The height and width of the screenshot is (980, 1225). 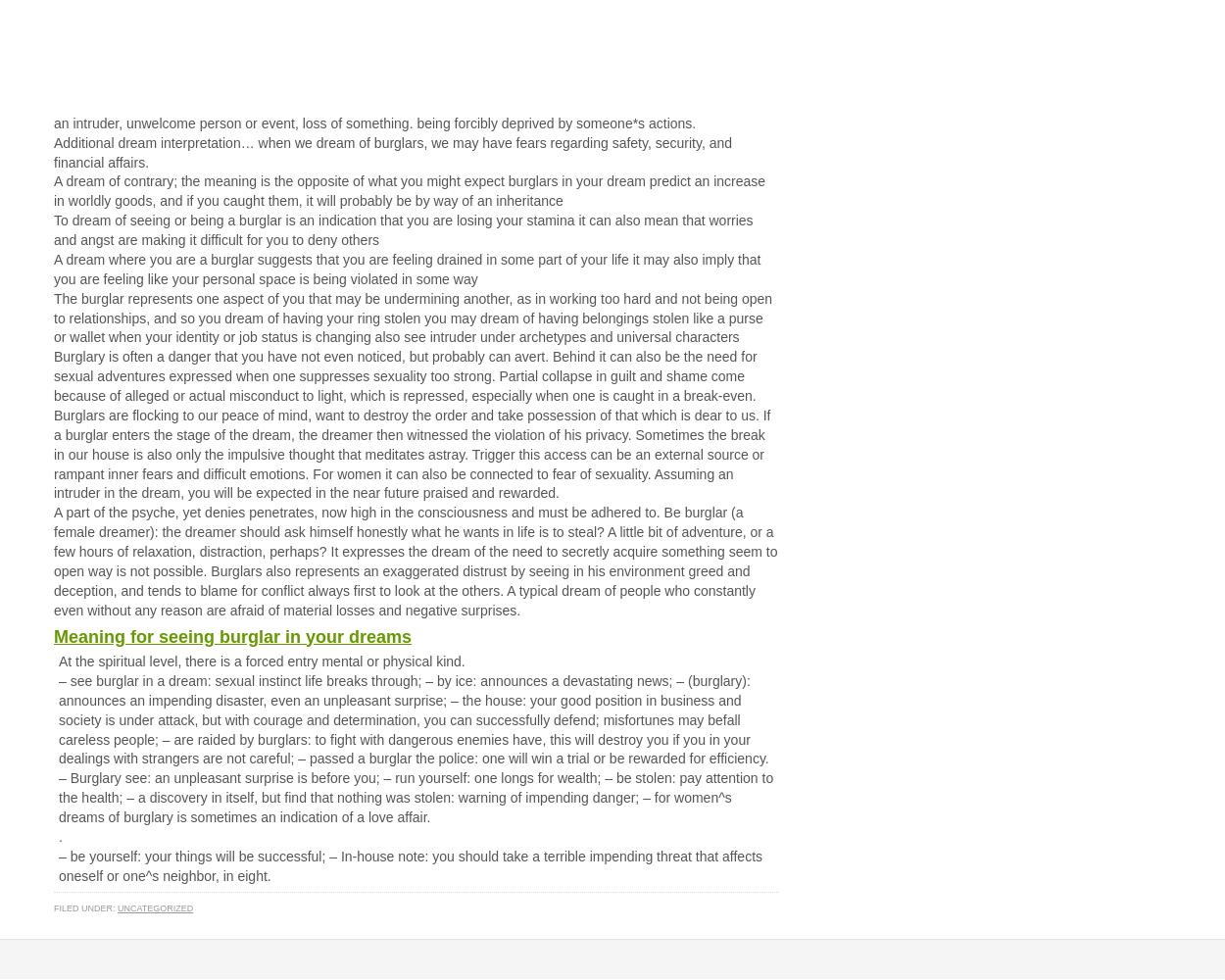 I want to click on 'Additional dream interpretation… when we dream of burglars, we may have fears regarding safety, security, and financial affairs.', so click(x=392, y=152).